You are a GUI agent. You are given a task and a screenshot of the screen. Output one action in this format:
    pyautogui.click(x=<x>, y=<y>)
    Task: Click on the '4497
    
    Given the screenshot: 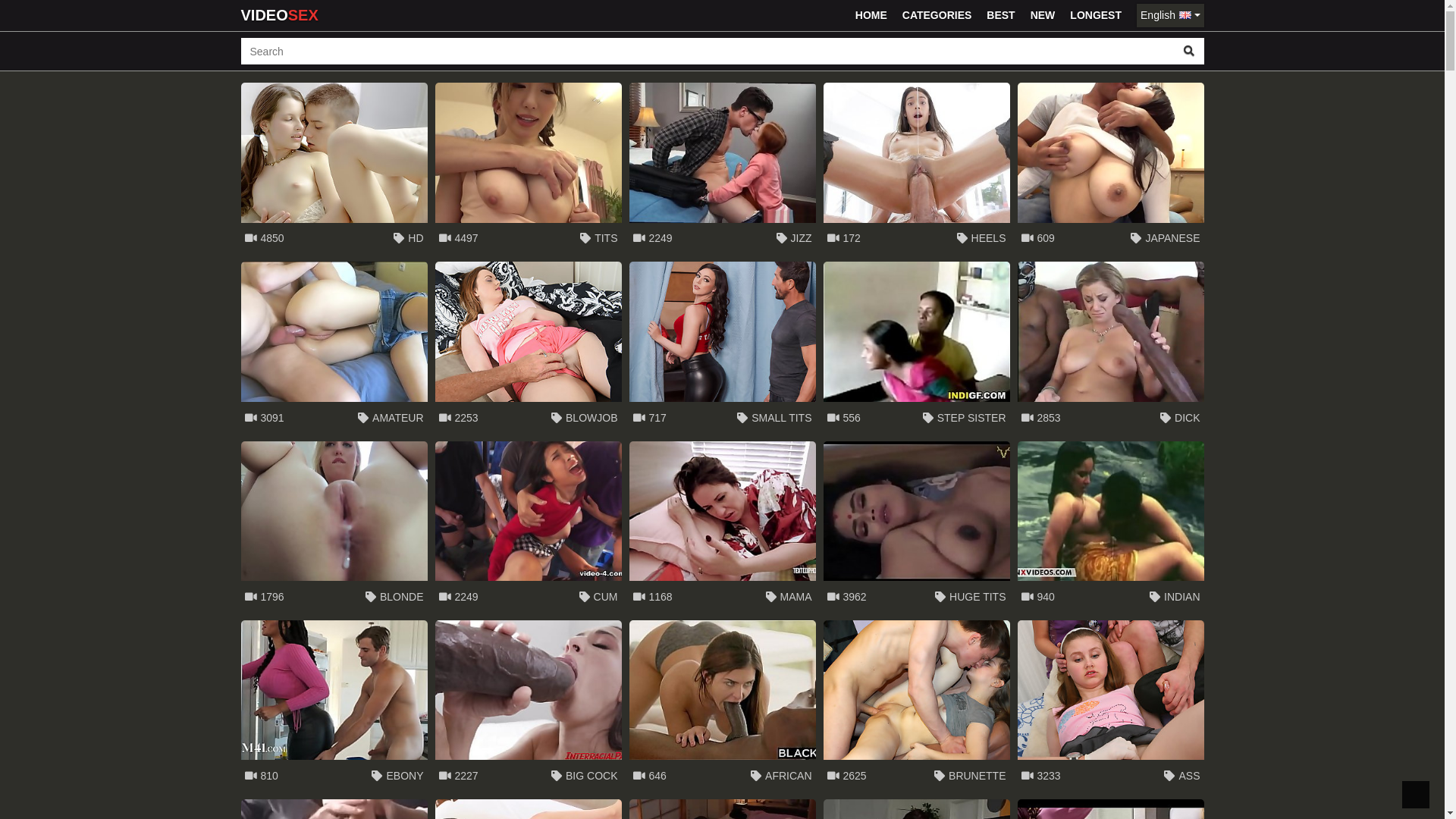 What is the action you would take?
    pyautogui.click(x=435, y=168)
    